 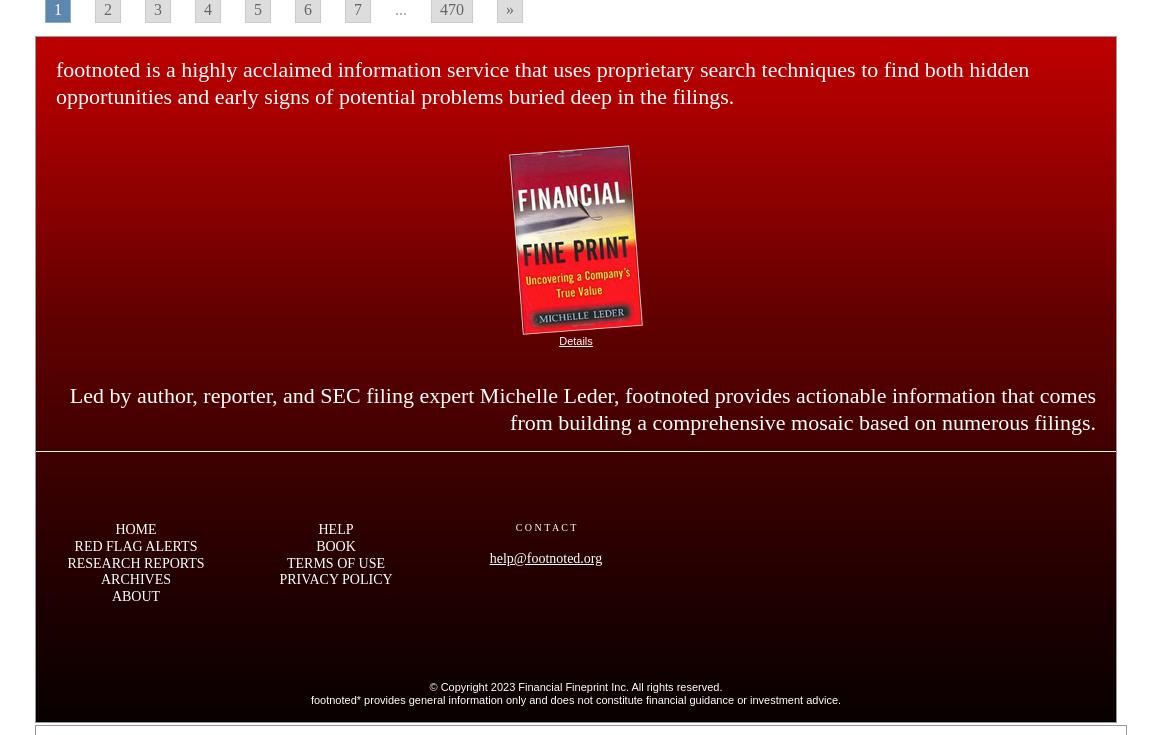 What do you see at coordinates (335, 528) in the screenshot?
I see `'HELP'` at bounding box center [335, 528].